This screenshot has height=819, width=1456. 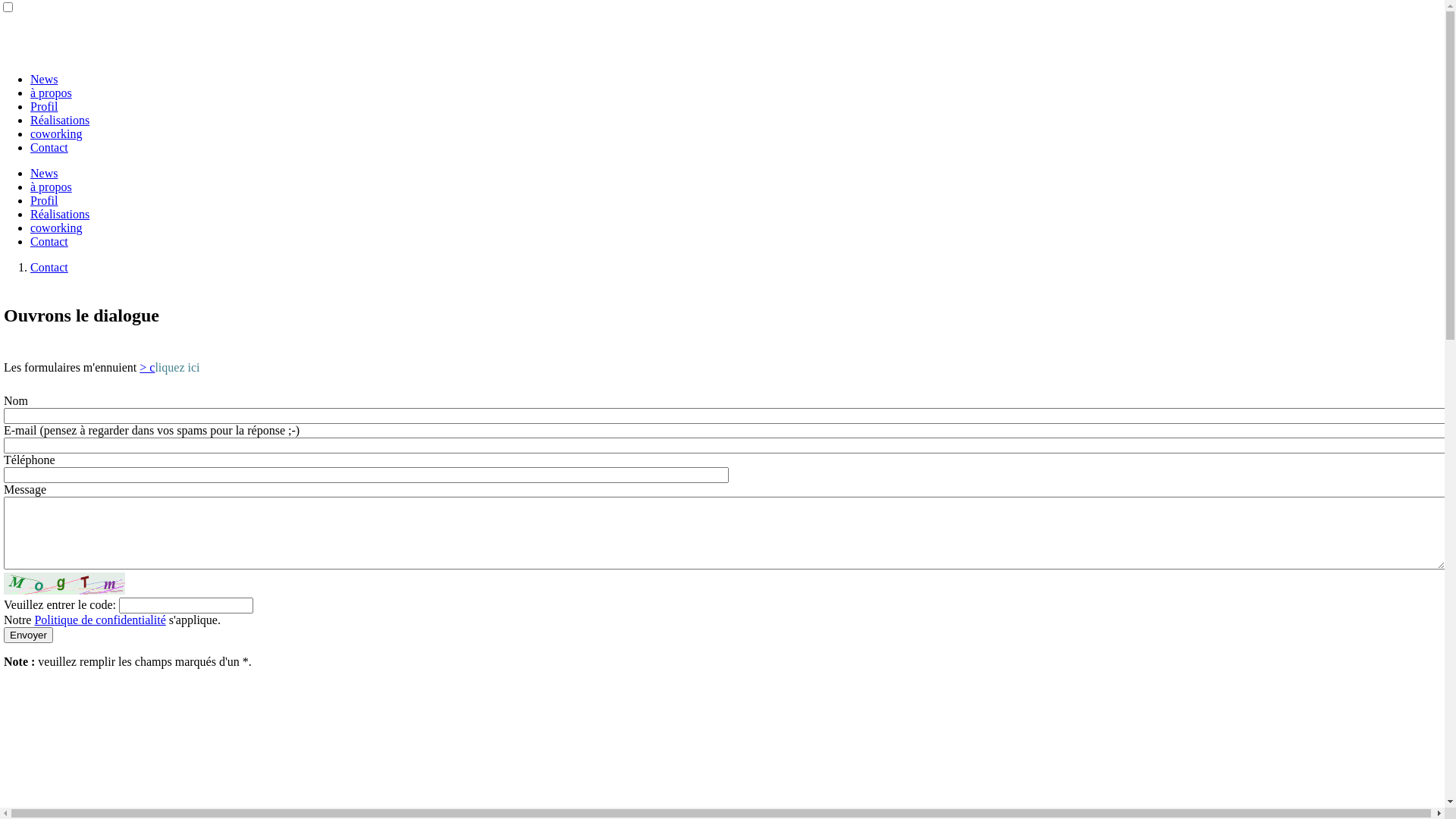 I want to click on 'Envoyer', so click(x=28, y=635).